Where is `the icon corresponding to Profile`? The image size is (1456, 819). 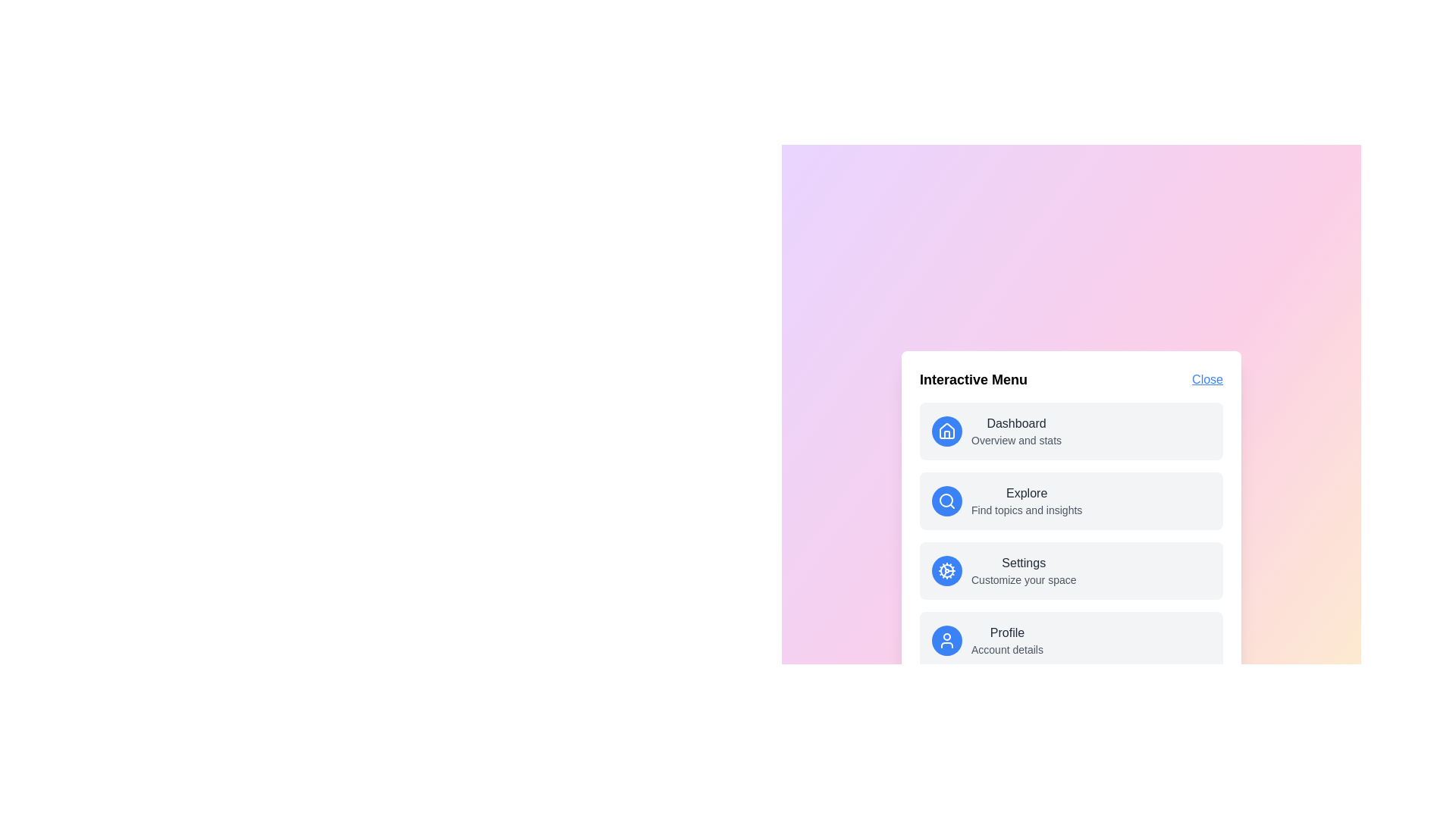 the icon corresponding to Profile is located at coordinates (946, 640).